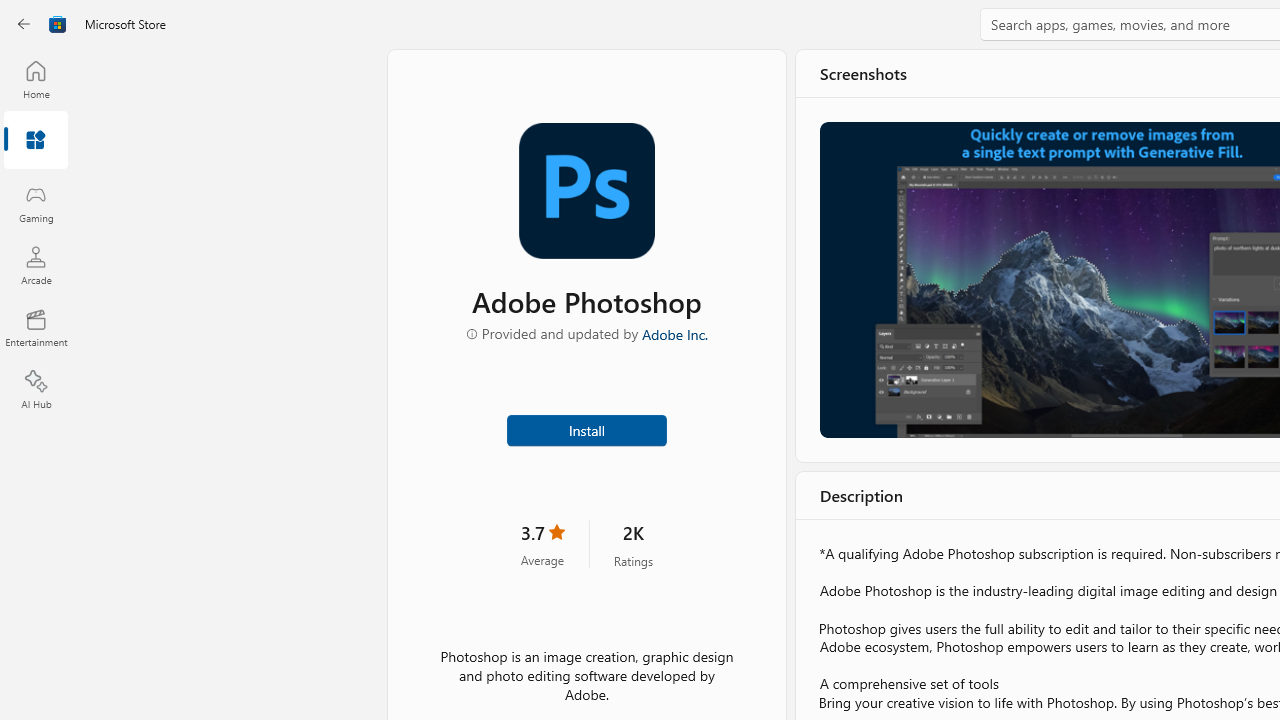  I want to click on 'Adobe Inc.', so click(675, 332).